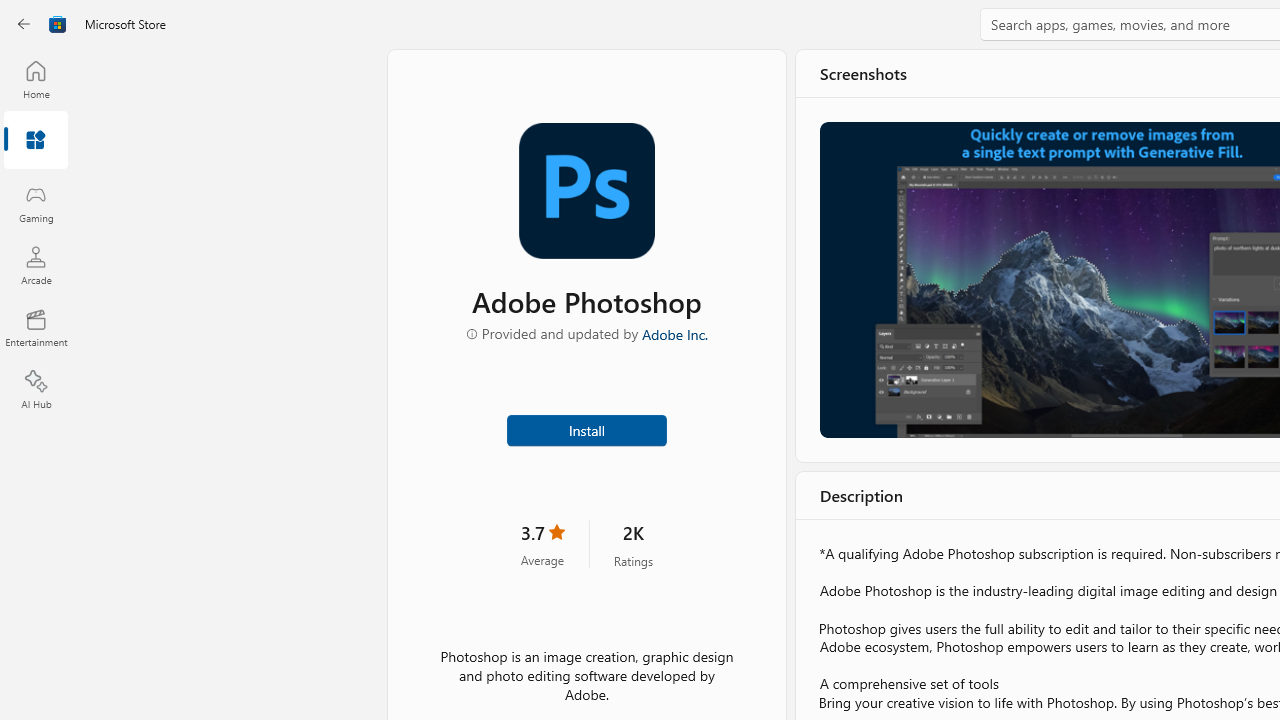  I want to click on 'Adobe Inc.', so click(675, 332).